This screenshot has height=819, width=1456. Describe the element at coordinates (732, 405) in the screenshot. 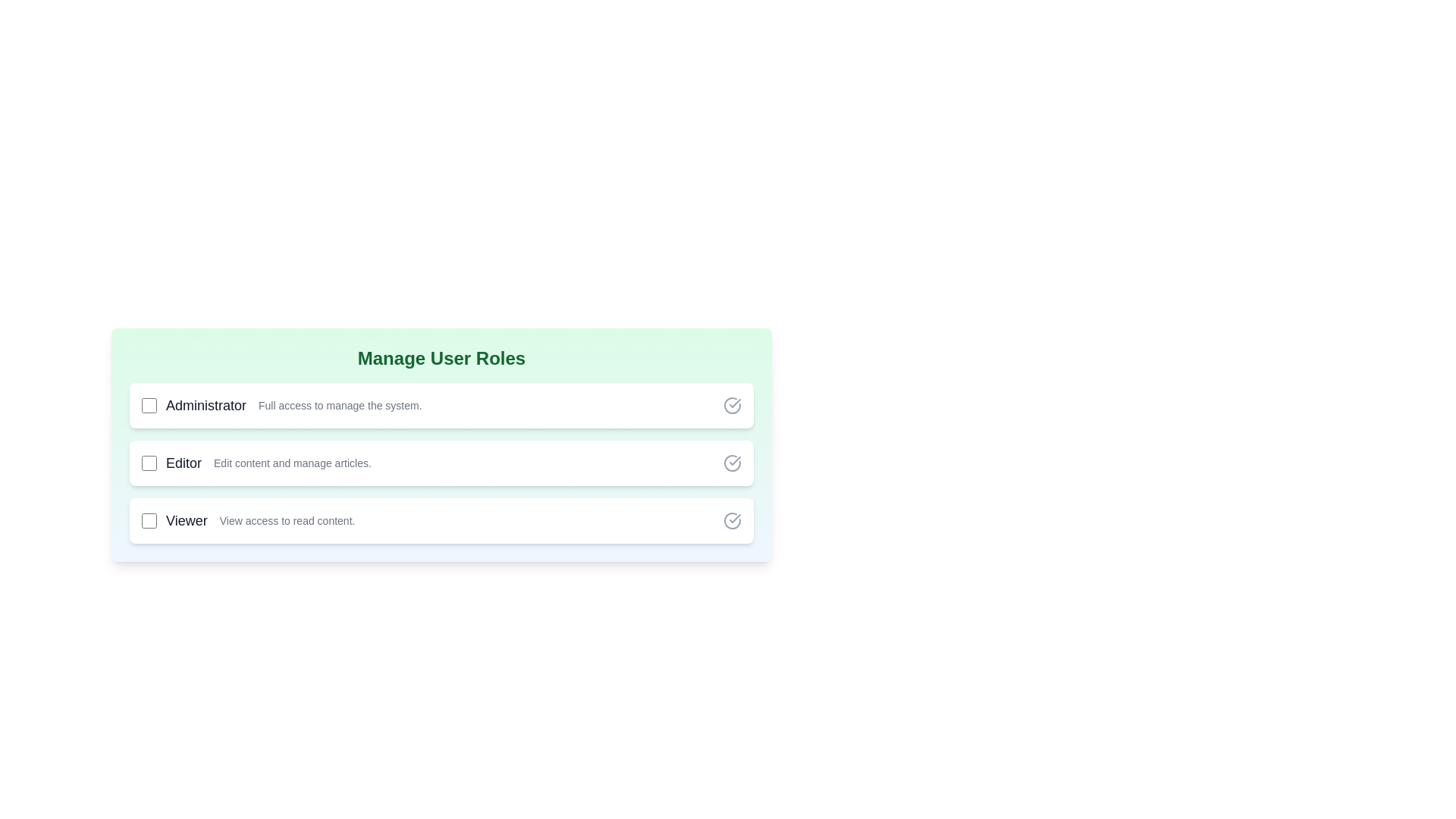

I see `the green check icon corresponding to the Administrator role` at that location.